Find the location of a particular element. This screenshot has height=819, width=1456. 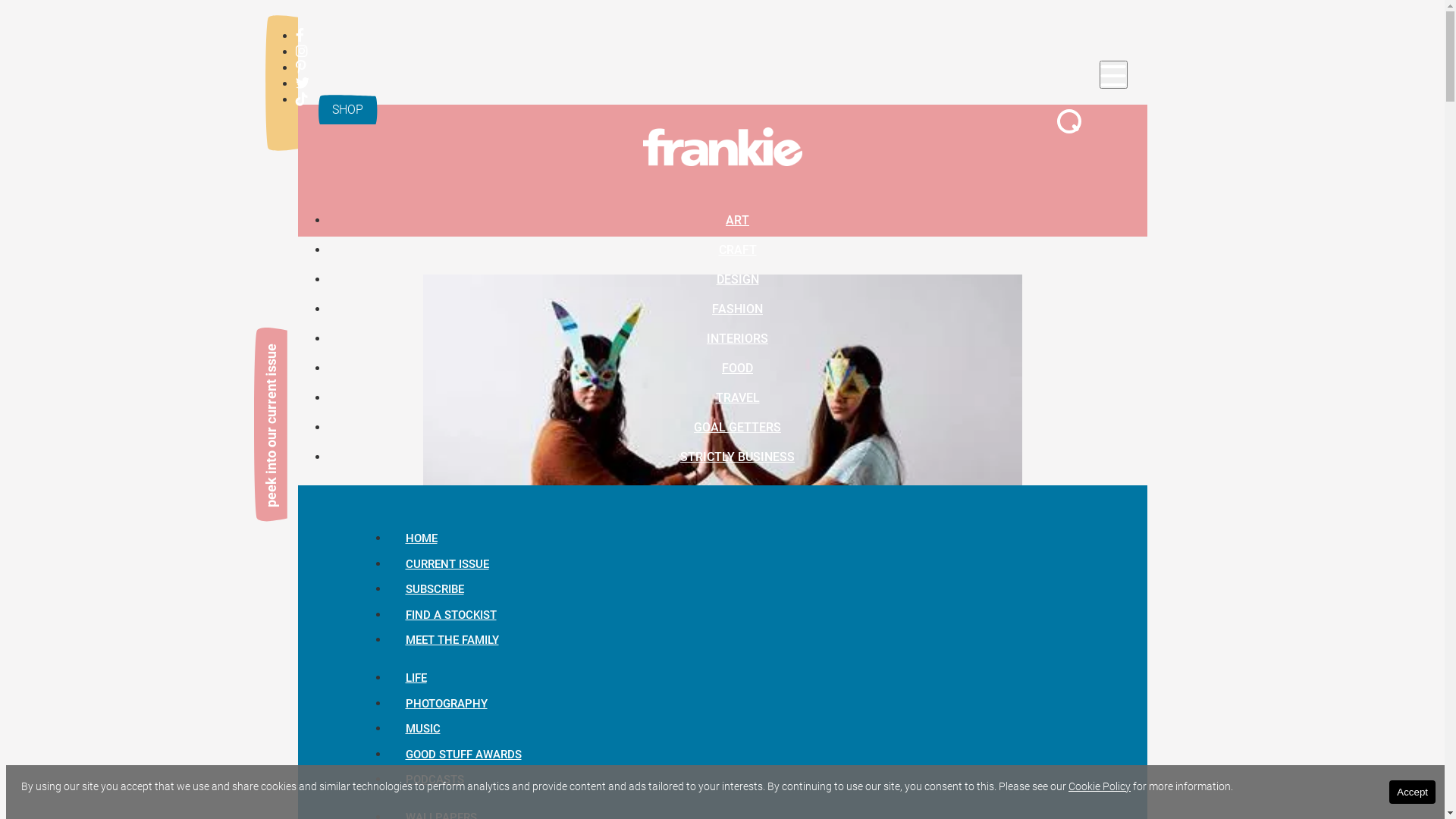

'CRAFT' is located at coordinates (738, 248).